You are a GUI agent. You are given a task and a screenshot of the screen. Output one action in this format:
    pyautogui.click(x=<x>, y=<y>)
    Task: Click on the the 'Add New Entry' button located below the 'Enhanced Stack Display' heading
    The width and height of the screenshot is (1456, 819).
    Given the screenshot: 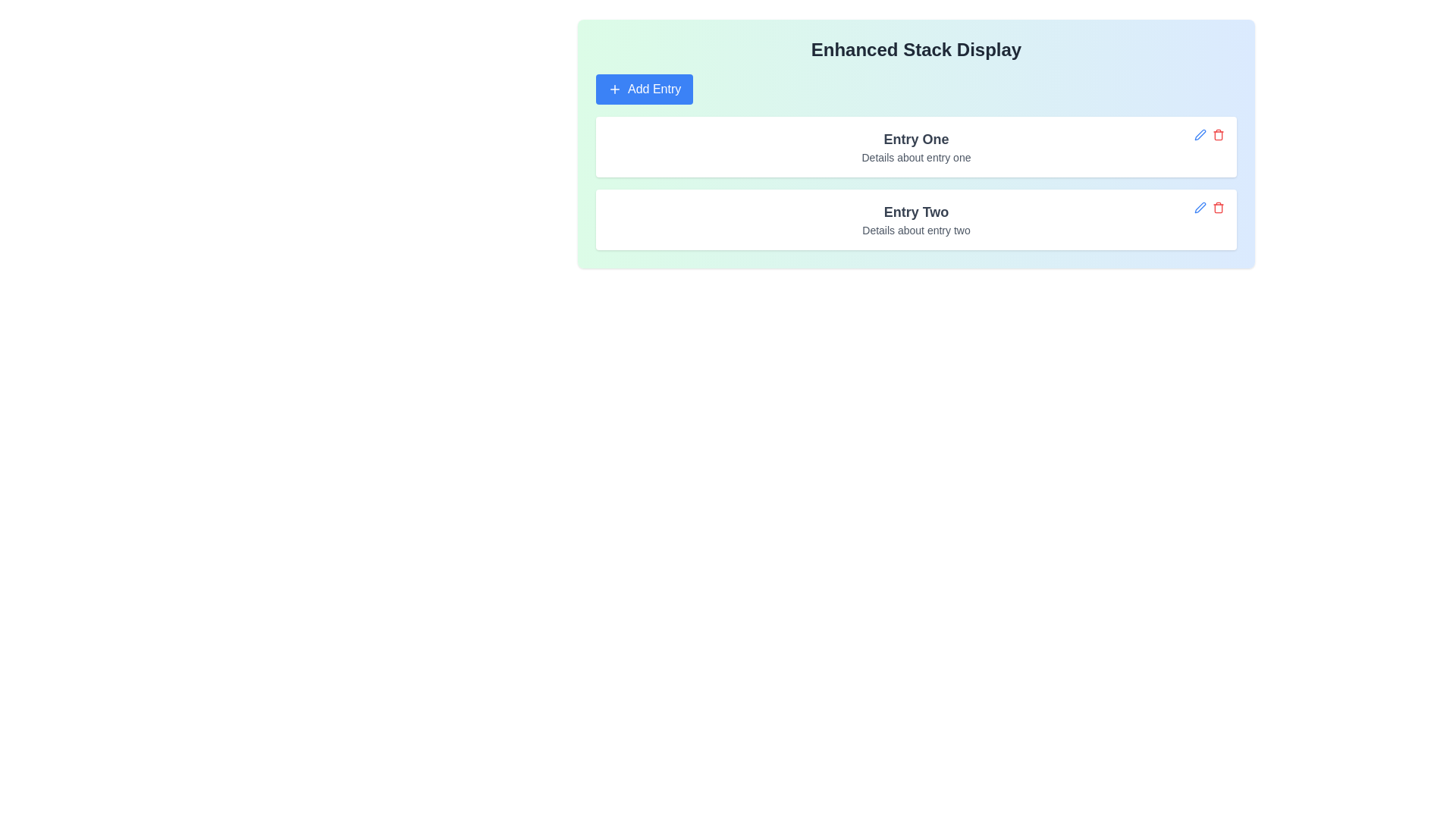 What is the action you would take?
    pyautogui.click(x=644, y=89)
    